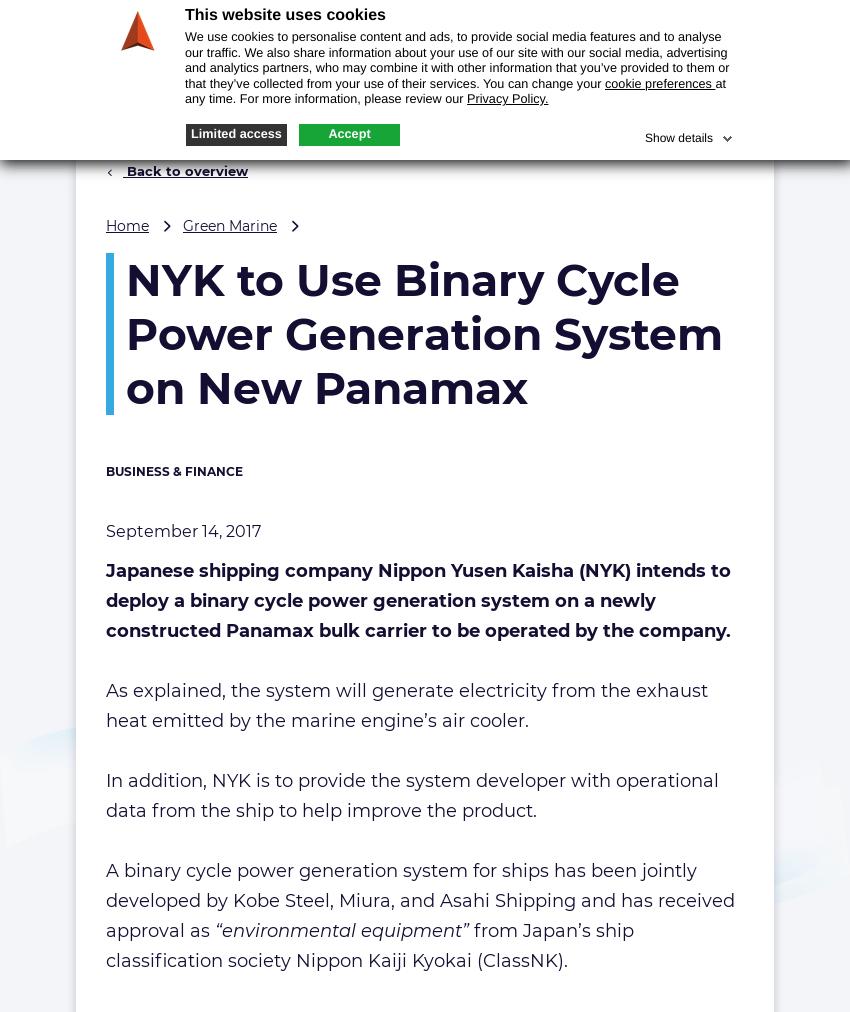 This screenshot has width=850, height=1012. Describe the element at coordinates (716, 18) in the screenshot. I see `'Account'` at that location.